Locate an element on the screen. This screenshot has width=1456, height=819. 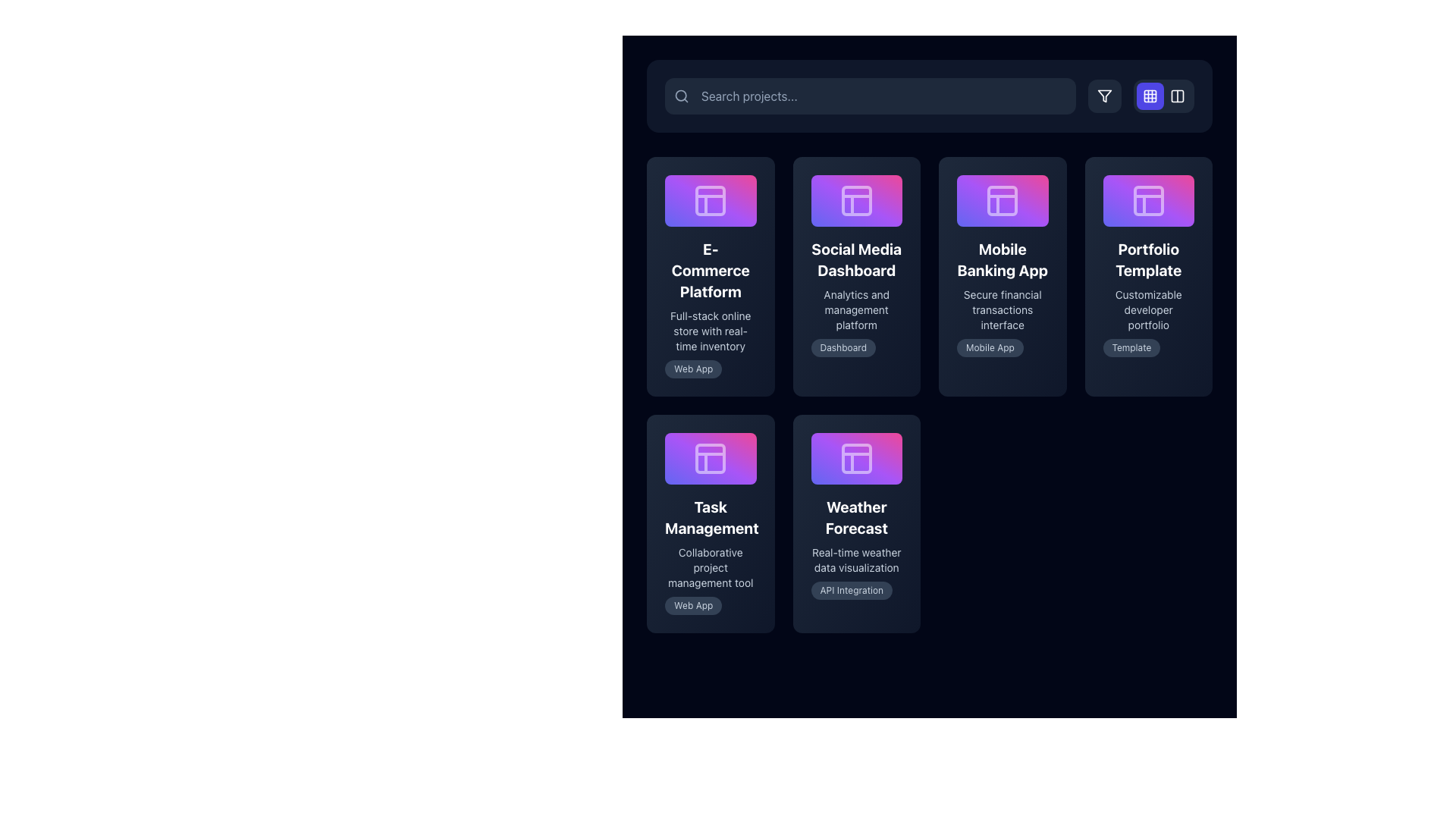
the badge-like tag located at the bottom center of the 'Social Media Dashboard' card to interact with it is located at coordinates (843, 347).